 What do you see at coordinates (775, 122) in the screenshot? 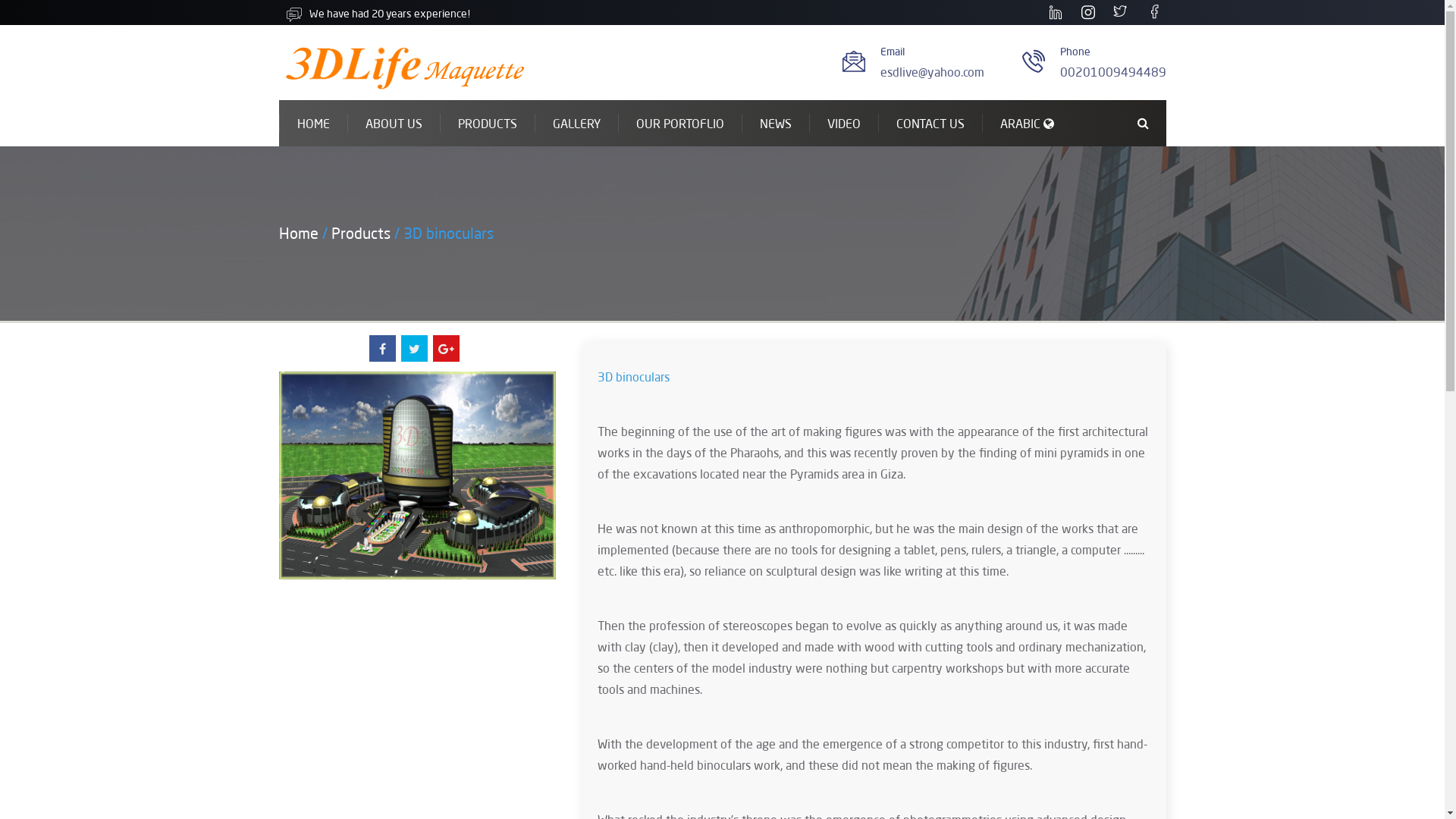
I see `'NEWS'` at bounding box center [775, 122].